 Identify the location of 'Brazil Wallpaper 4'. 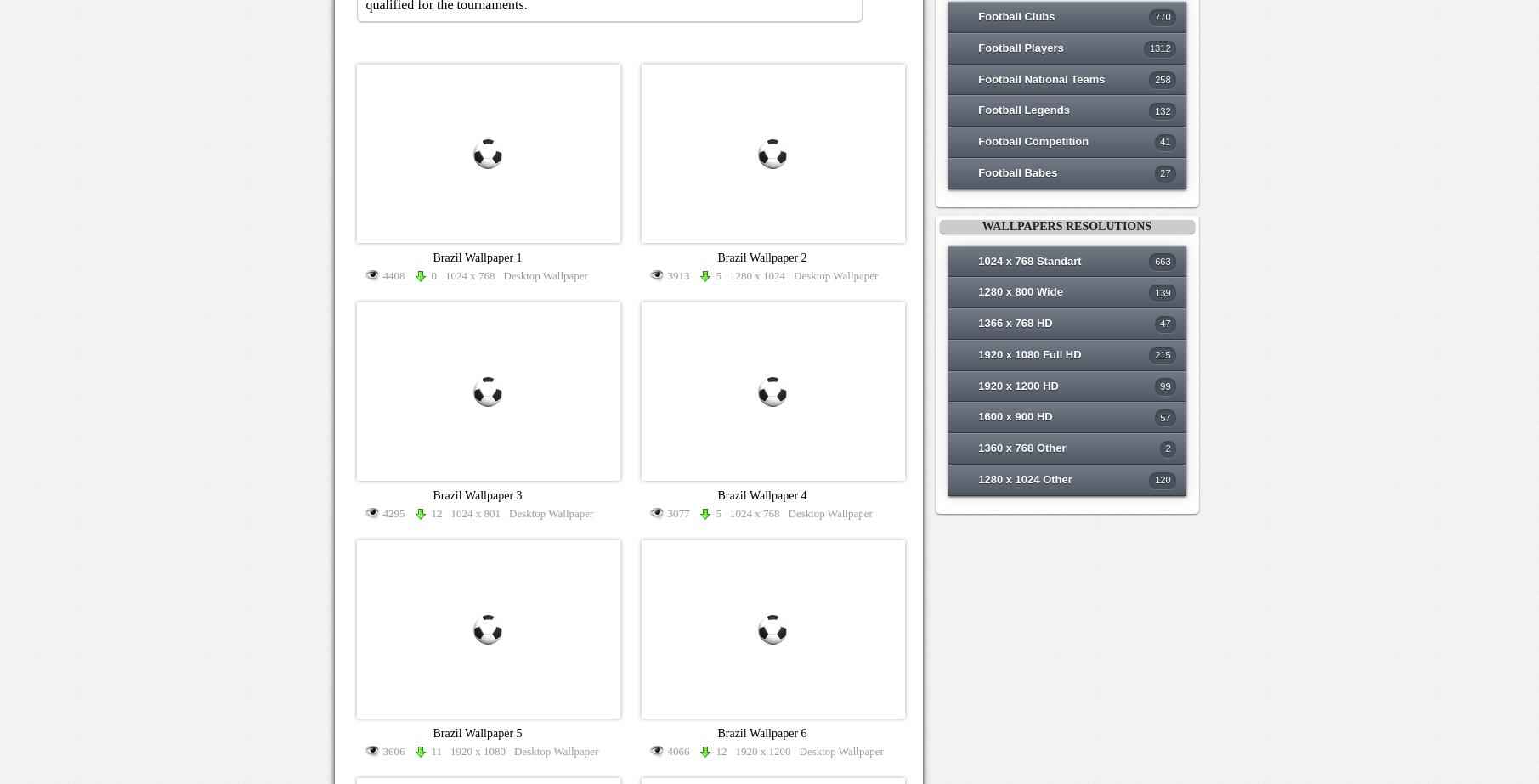
(761, 494).